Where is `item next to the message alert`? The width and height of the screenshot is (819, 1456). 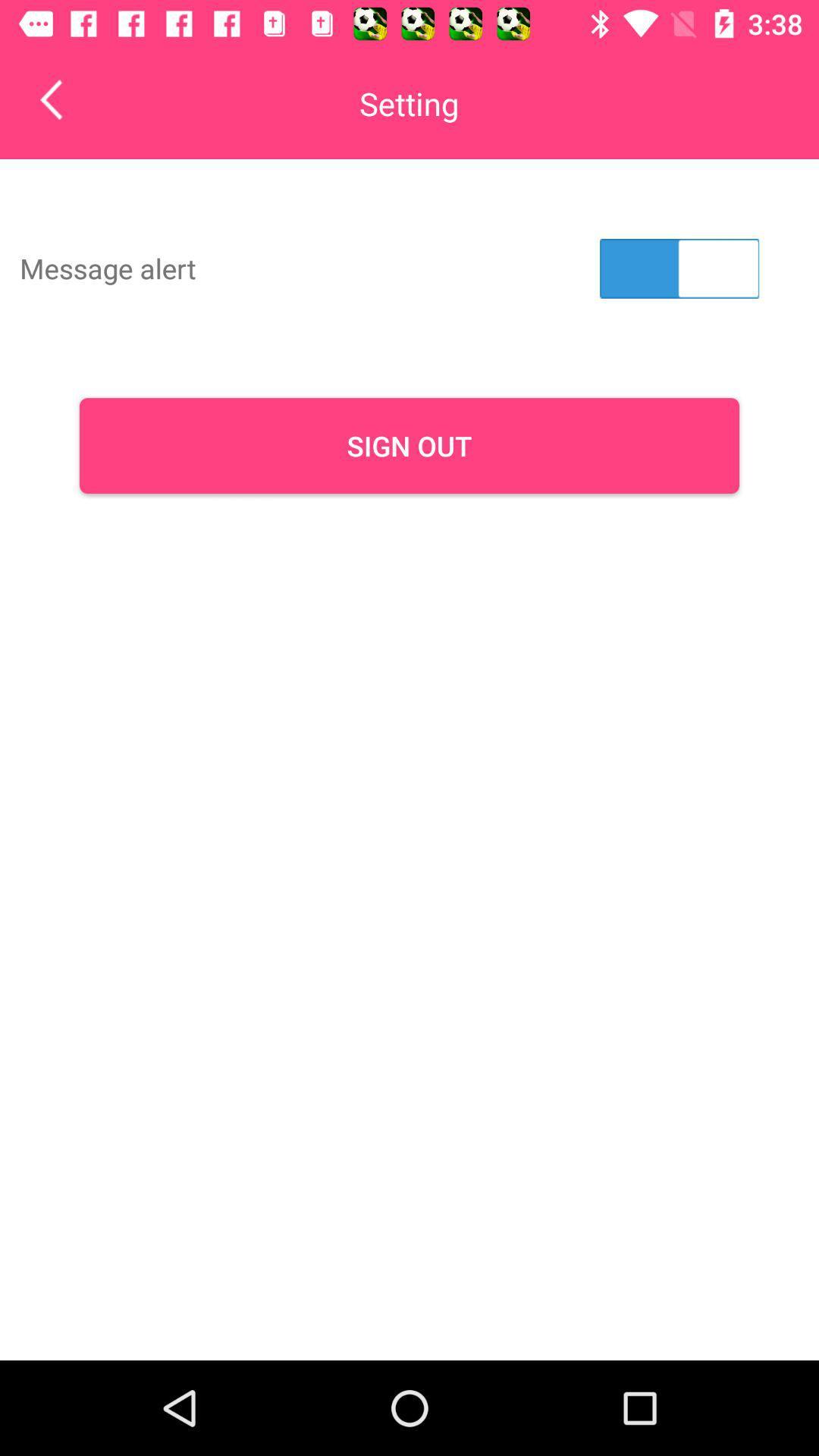 item next to the message alert is located at coordinates (679, 268).